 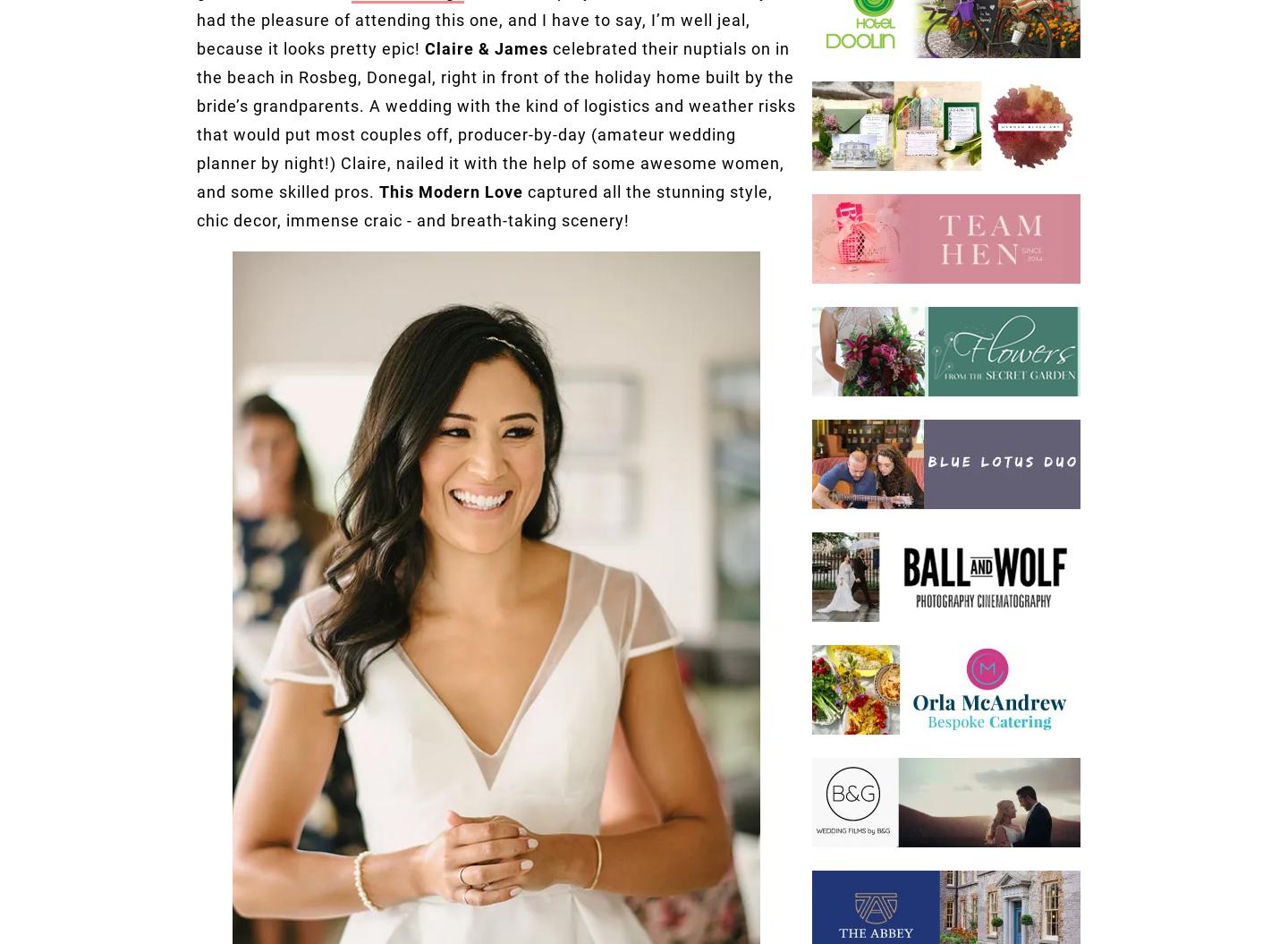 I want to click on 'Ardara', so click(x=492, y=58).